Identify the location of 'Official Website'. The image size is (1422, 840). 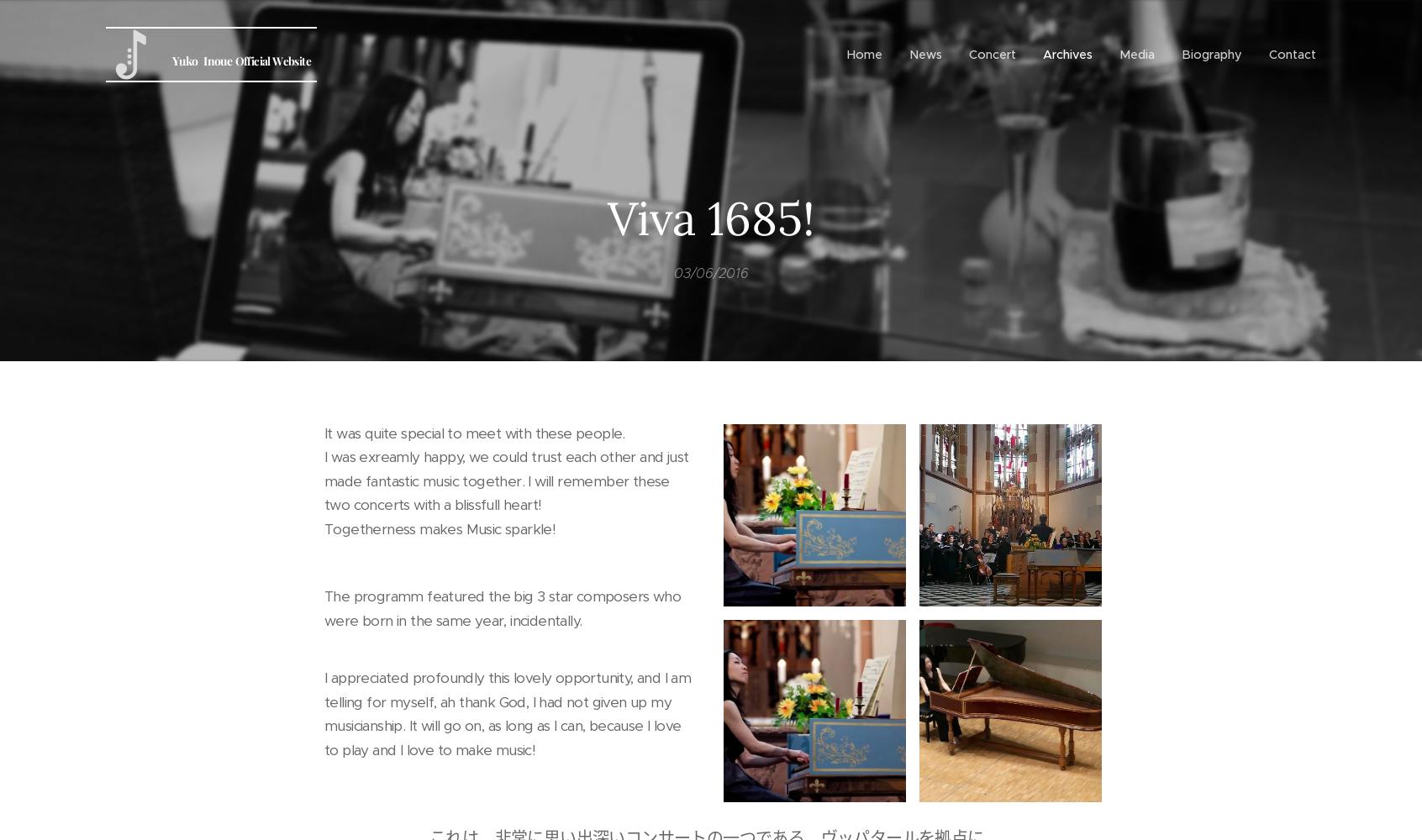
(271, 60).